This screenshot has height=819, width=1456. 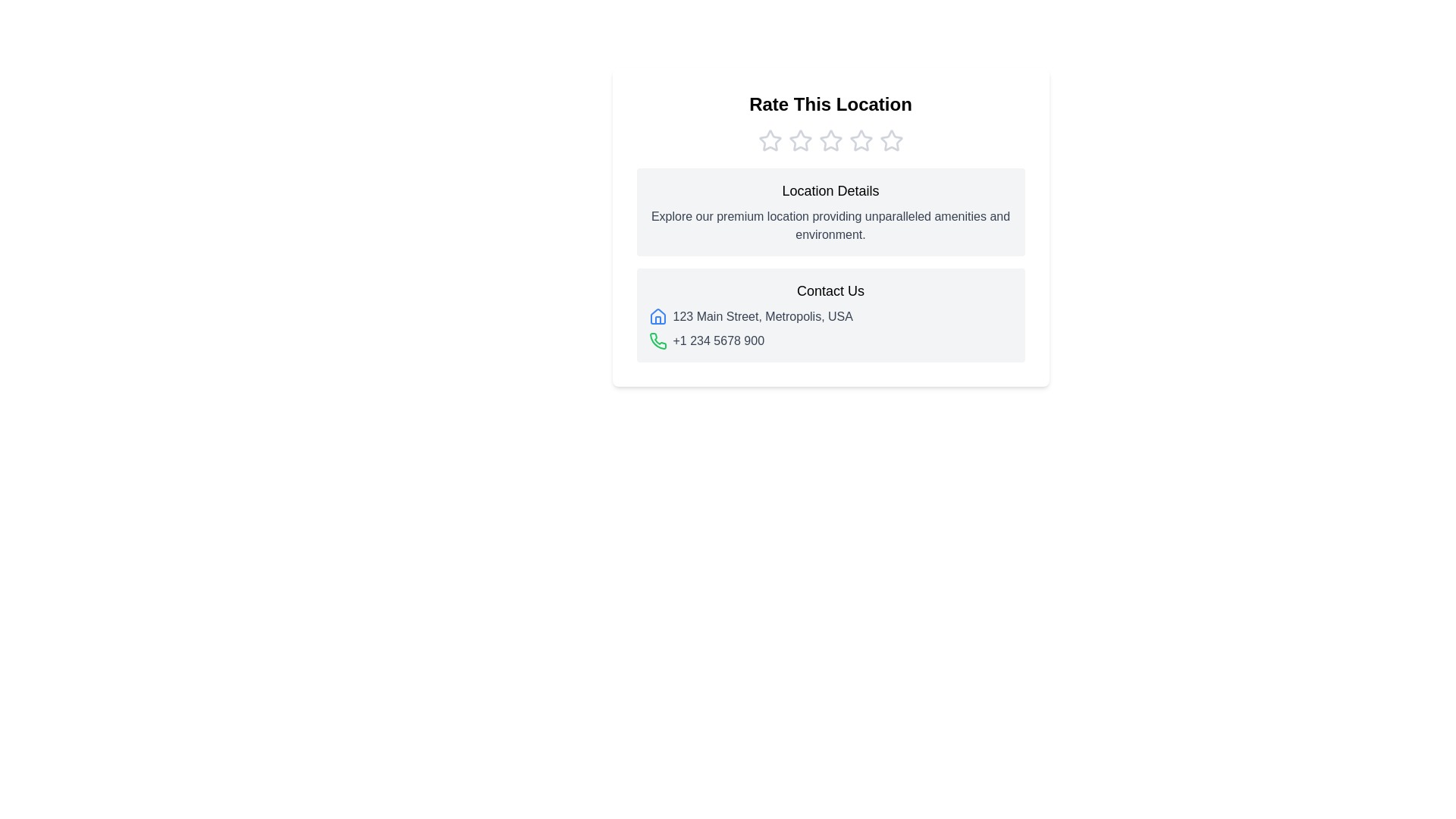 What do you see at coordinates (657, 315) in the screenshot?
I see `the address icon located to the left of the 'Contact Us' section, adjacent to the address '123 Main Street, Metropolis, USA'` at bounding box center [657, 315].